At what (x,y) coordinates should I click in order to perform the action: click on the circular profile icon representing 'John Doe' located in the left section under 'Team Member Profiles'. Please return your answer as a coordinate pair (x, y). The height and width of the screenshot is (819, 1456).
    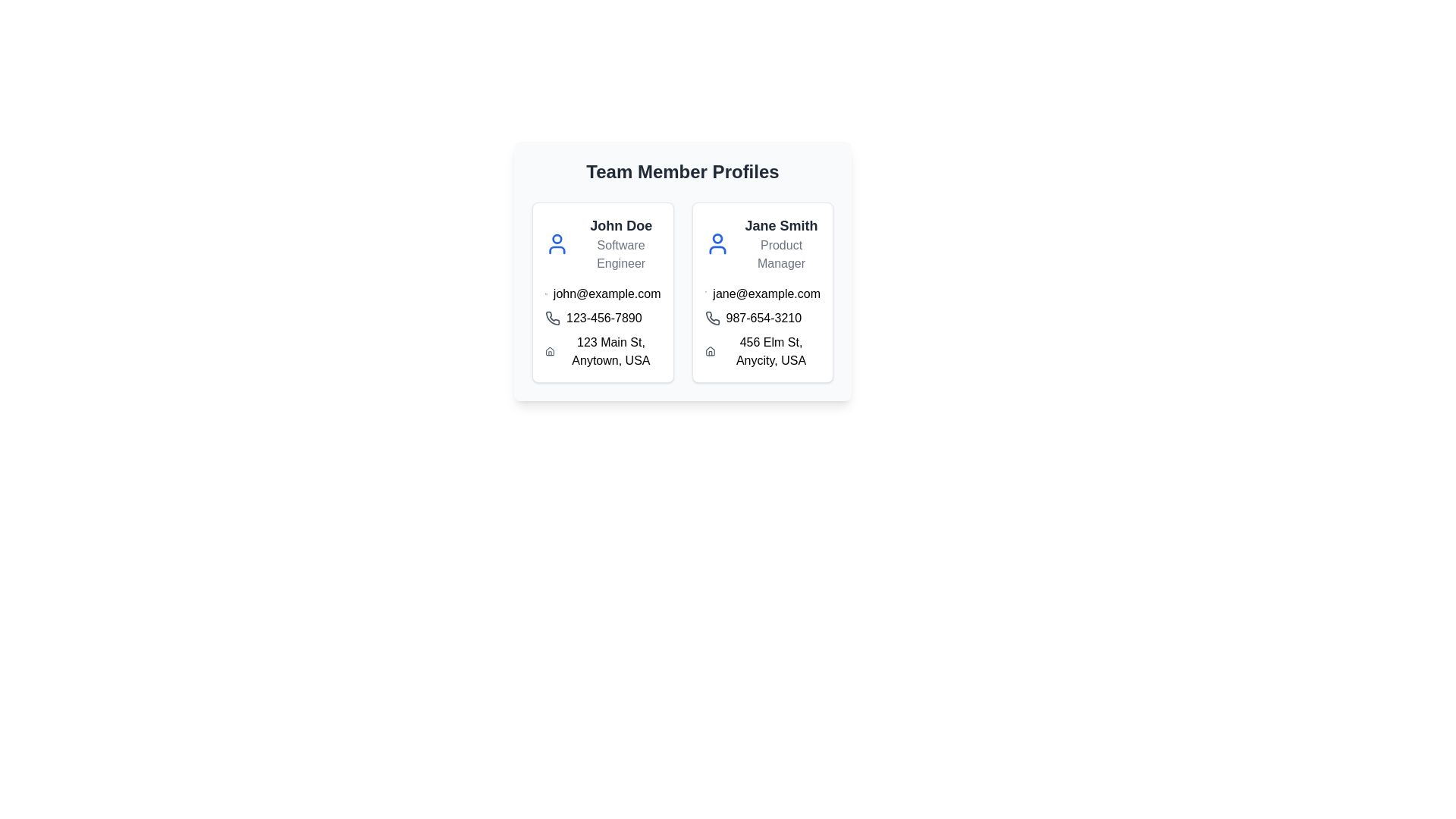
    Looking at the image, I should click on (556, 239).